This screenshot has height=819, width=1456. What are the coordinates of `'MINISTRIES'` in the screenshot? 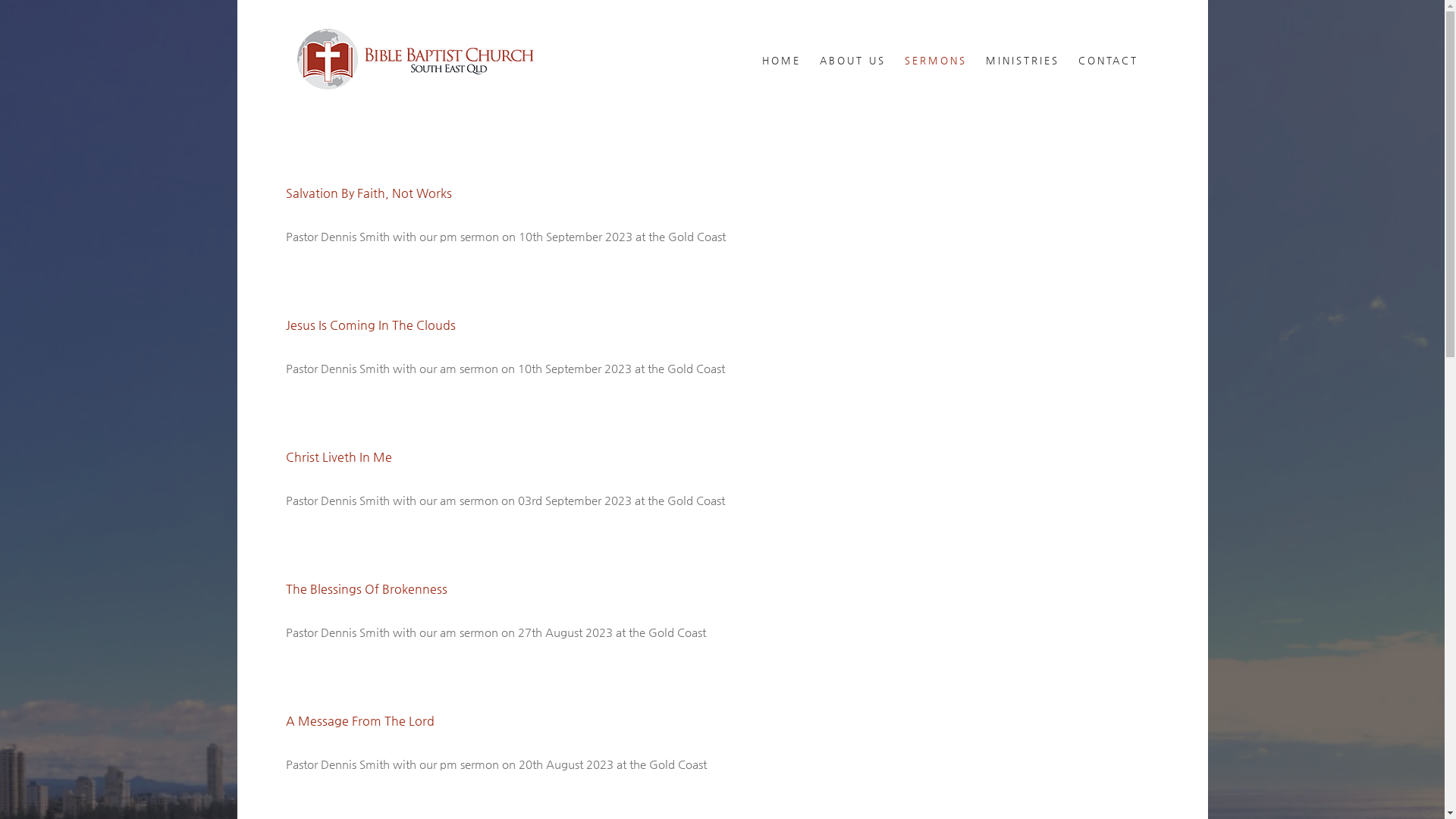 It's located at (986, 58).